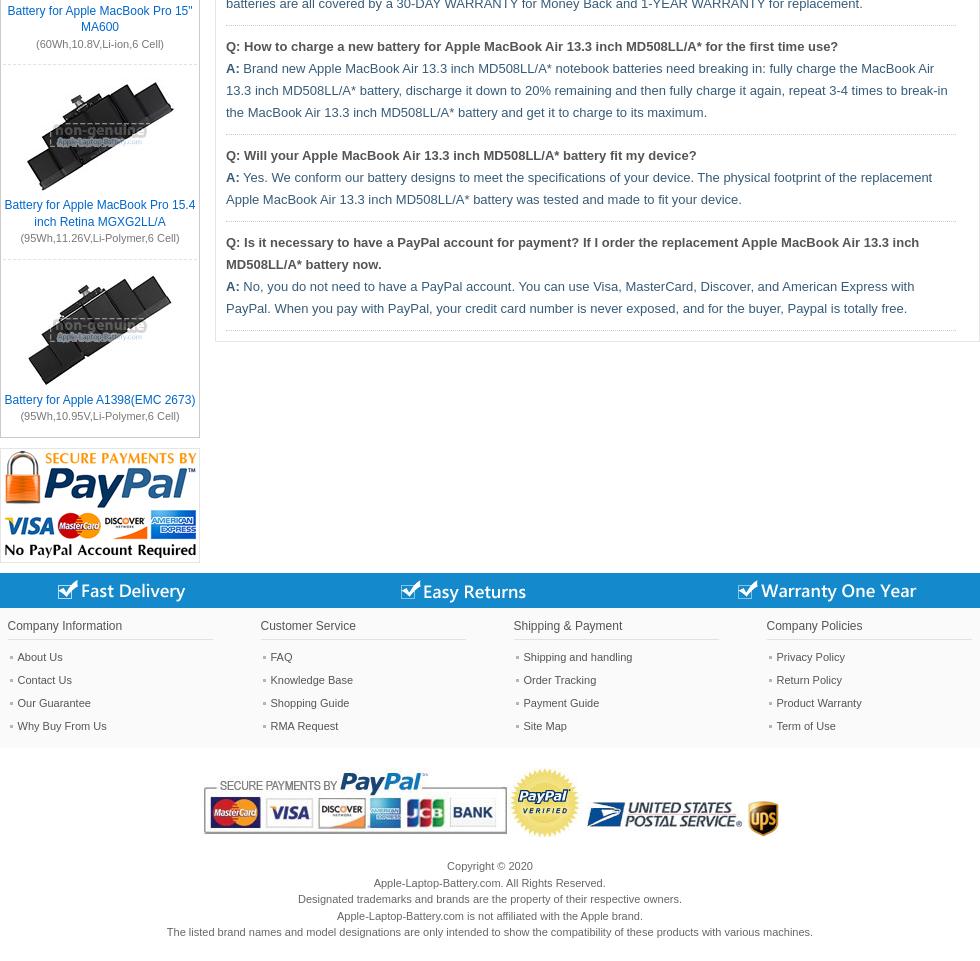 The width and height of the screenshot is (980, 961). What do you see at coordinates (519, 864) in the screenshot?
I see `'2020'` at bounding box center [519, 864].